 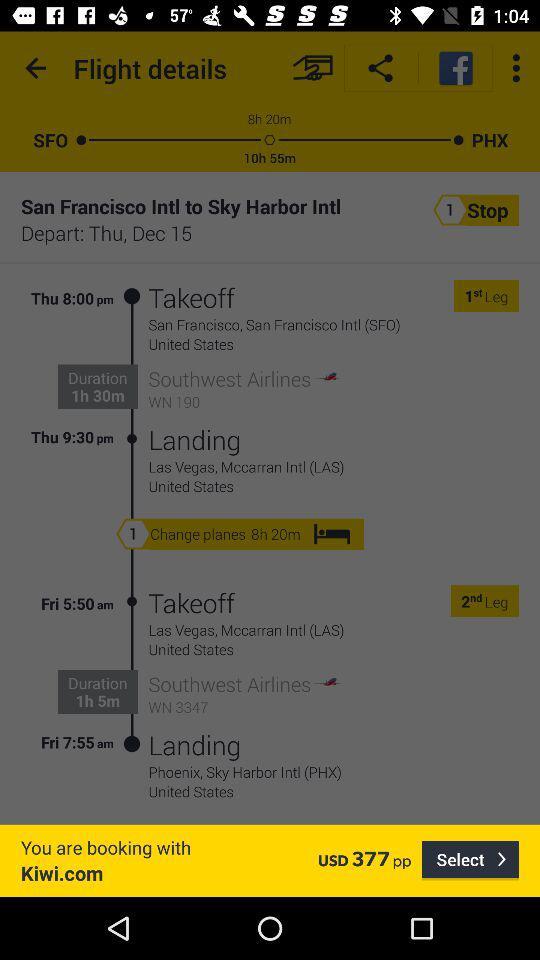 What do you see at coordinates (312, 68) in the screenshot?
I see `the icon to the right of flight details item` at bounding box center [312, 68].